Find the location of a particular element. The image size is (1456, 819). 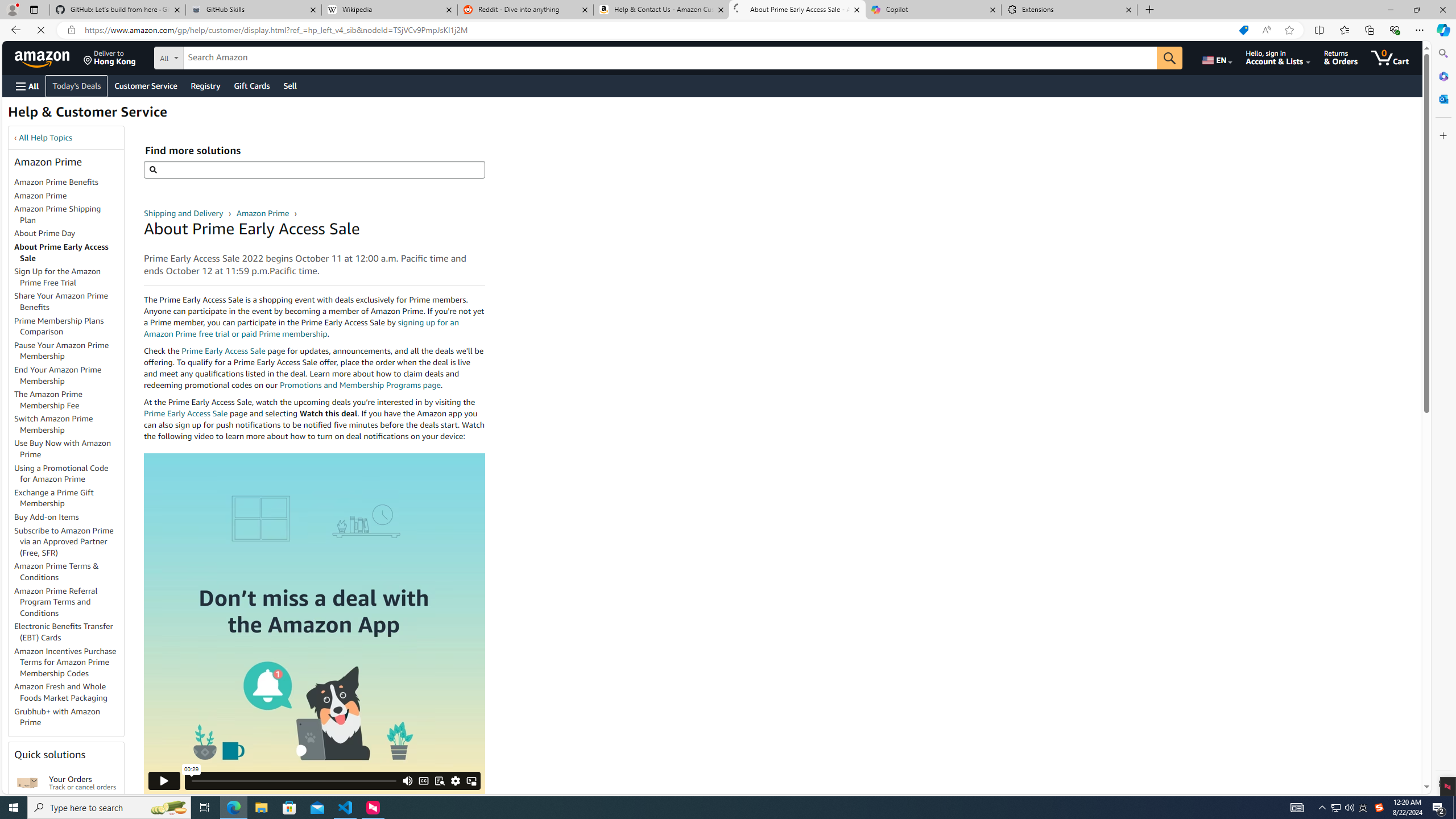

'Returns & Orders' is located at coordinates (1349, 57).